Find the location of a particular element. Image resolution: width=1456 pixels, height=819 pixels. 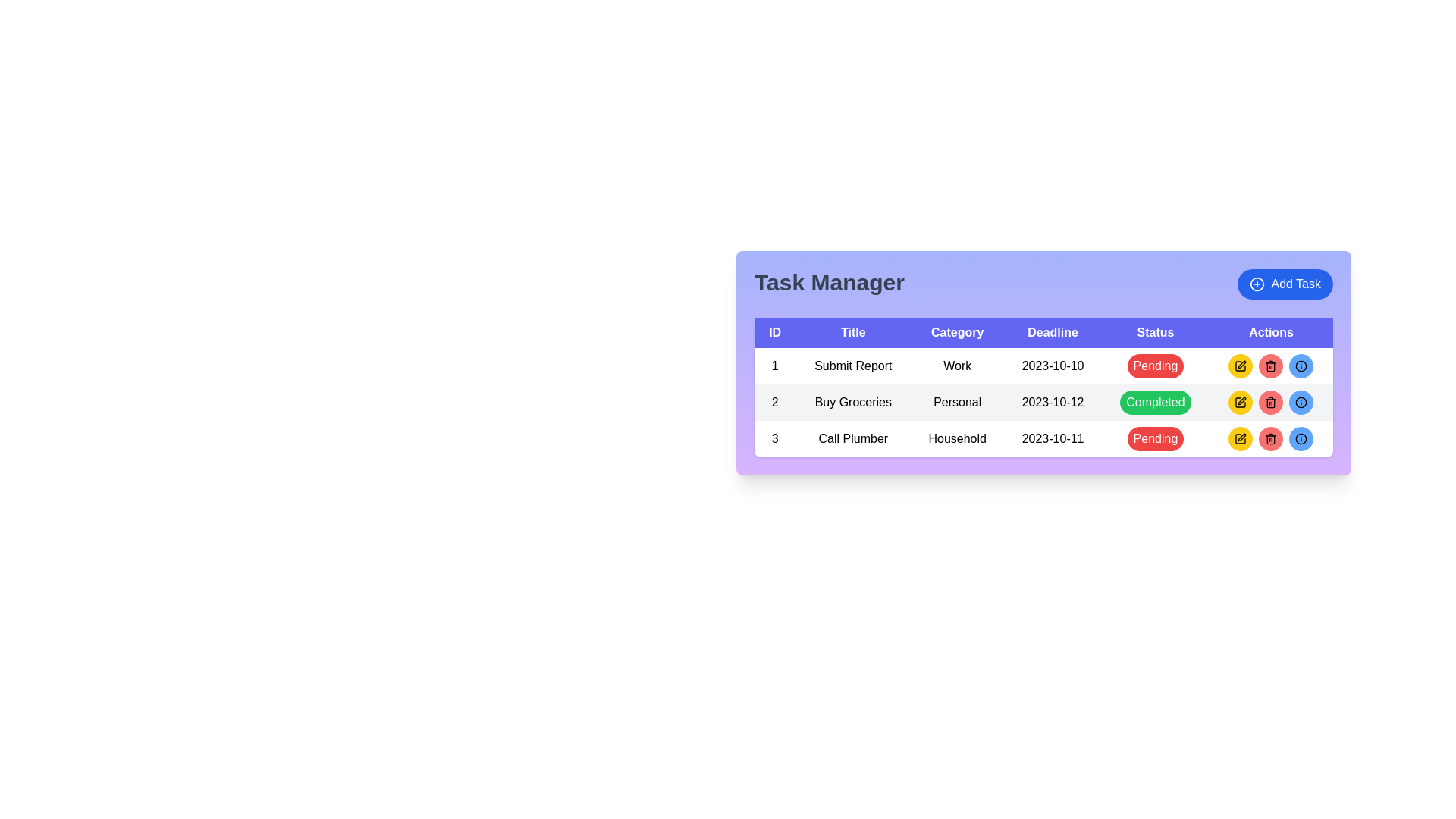

the pen icon button in the 'Actions' column of the second row for the task 'Buy Groceries' to initiate an edit action is located at coordinates (1241, 438).